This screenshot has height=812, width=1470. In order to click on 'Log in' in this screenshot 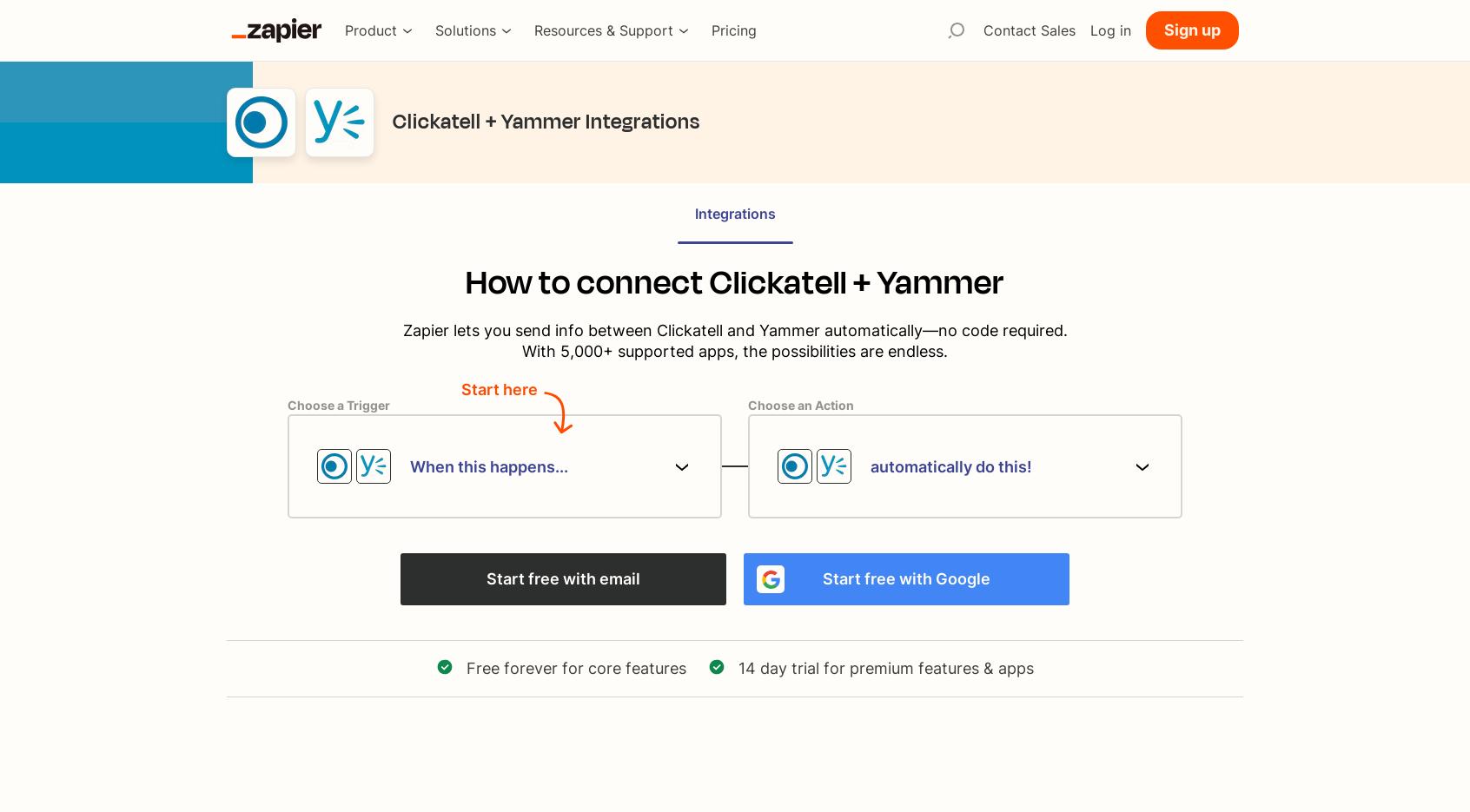, I will do `click(1109, 29)`.